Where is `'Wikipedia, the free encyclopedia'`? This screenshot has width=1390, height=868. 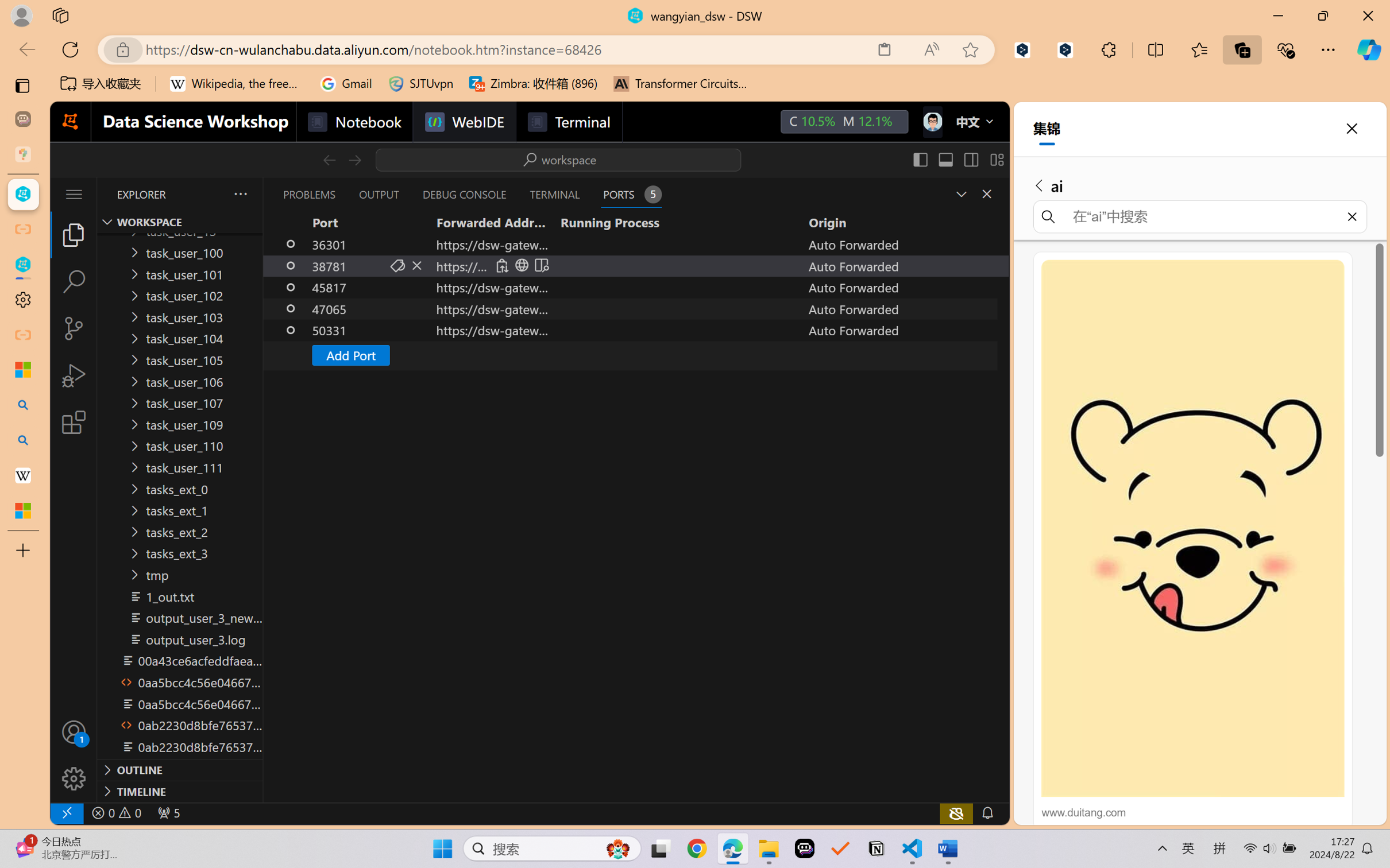 'Wikipedia, the free encyclopedia' is located at coordinates (236, 83).